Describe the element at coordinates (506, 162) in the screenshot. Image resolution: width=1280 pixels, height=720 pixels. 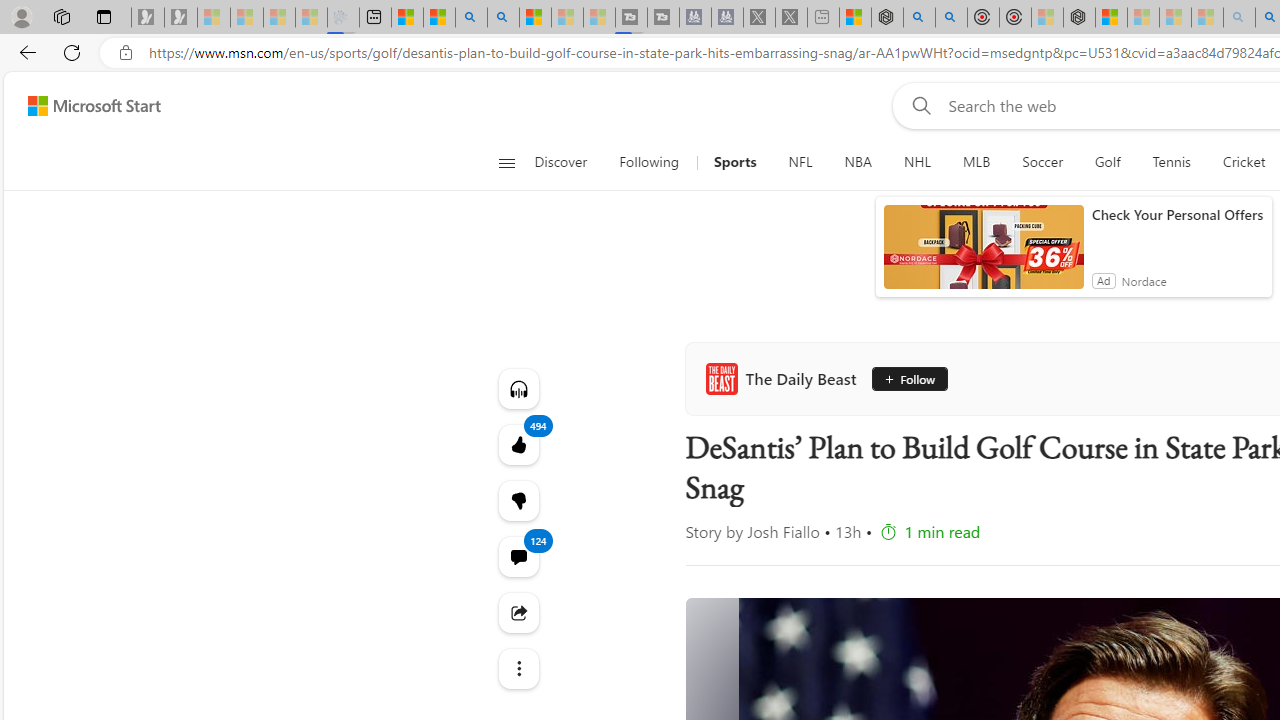
I see `'Open navigation menu'` at that location.